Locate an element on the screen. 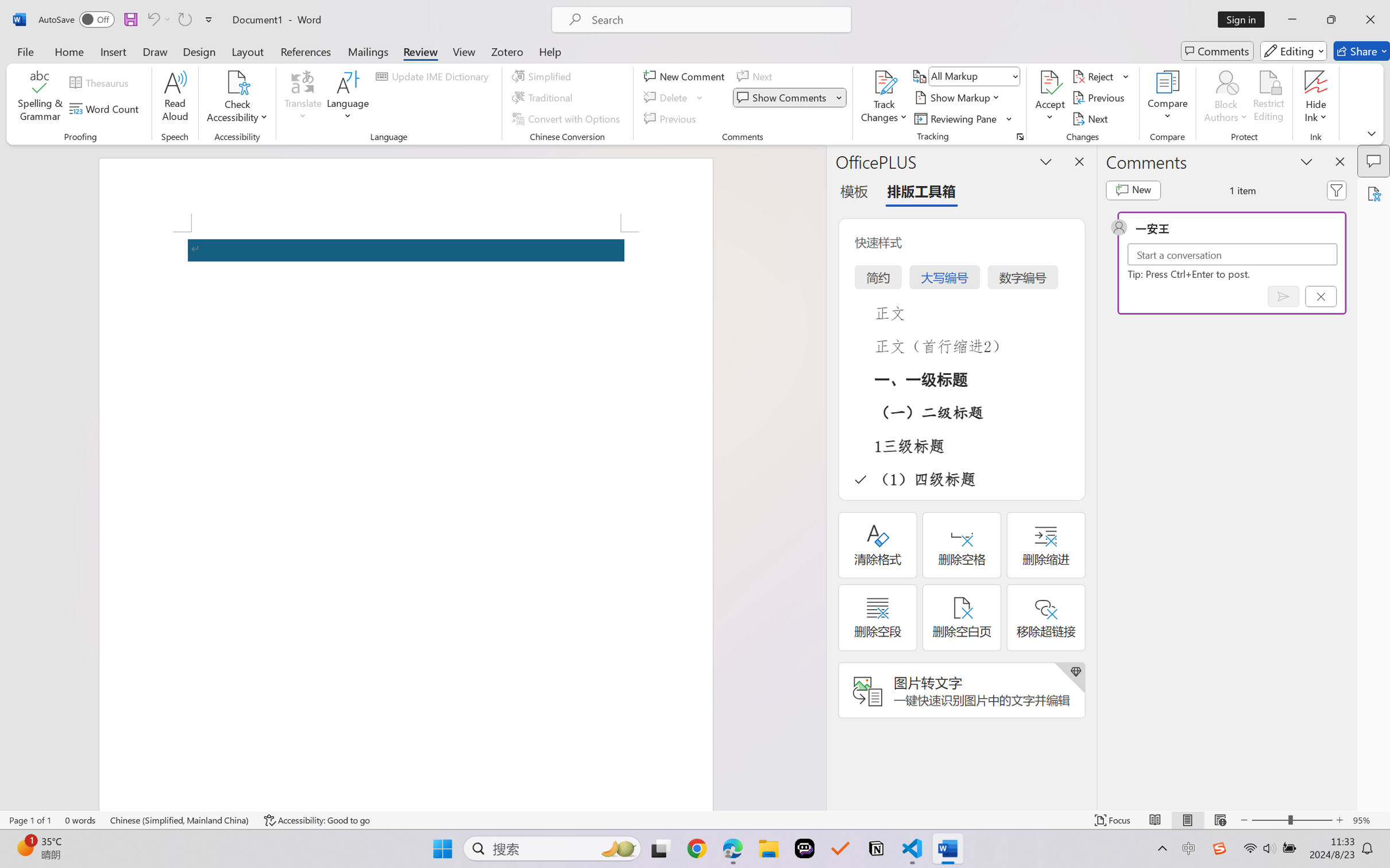 Image resolution: width=1390 pixels, height=868 pixels. 'Check Accessibility' is located at coordinates (237, 98).